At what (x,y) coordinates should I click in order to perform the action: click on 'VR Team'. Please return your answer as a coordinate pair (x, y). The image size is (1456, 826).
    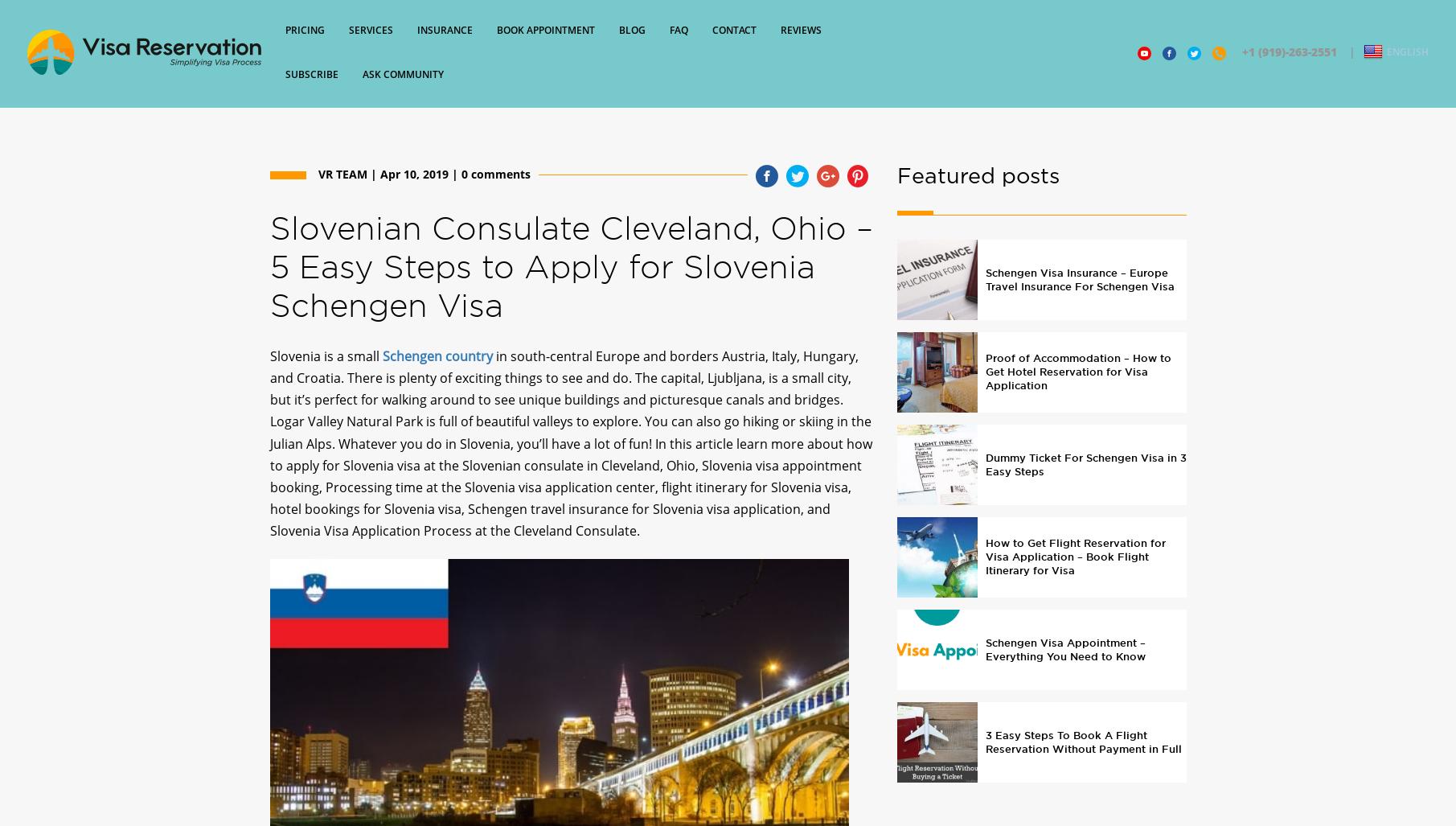
    Looking at the image, I should click on (342, 187).